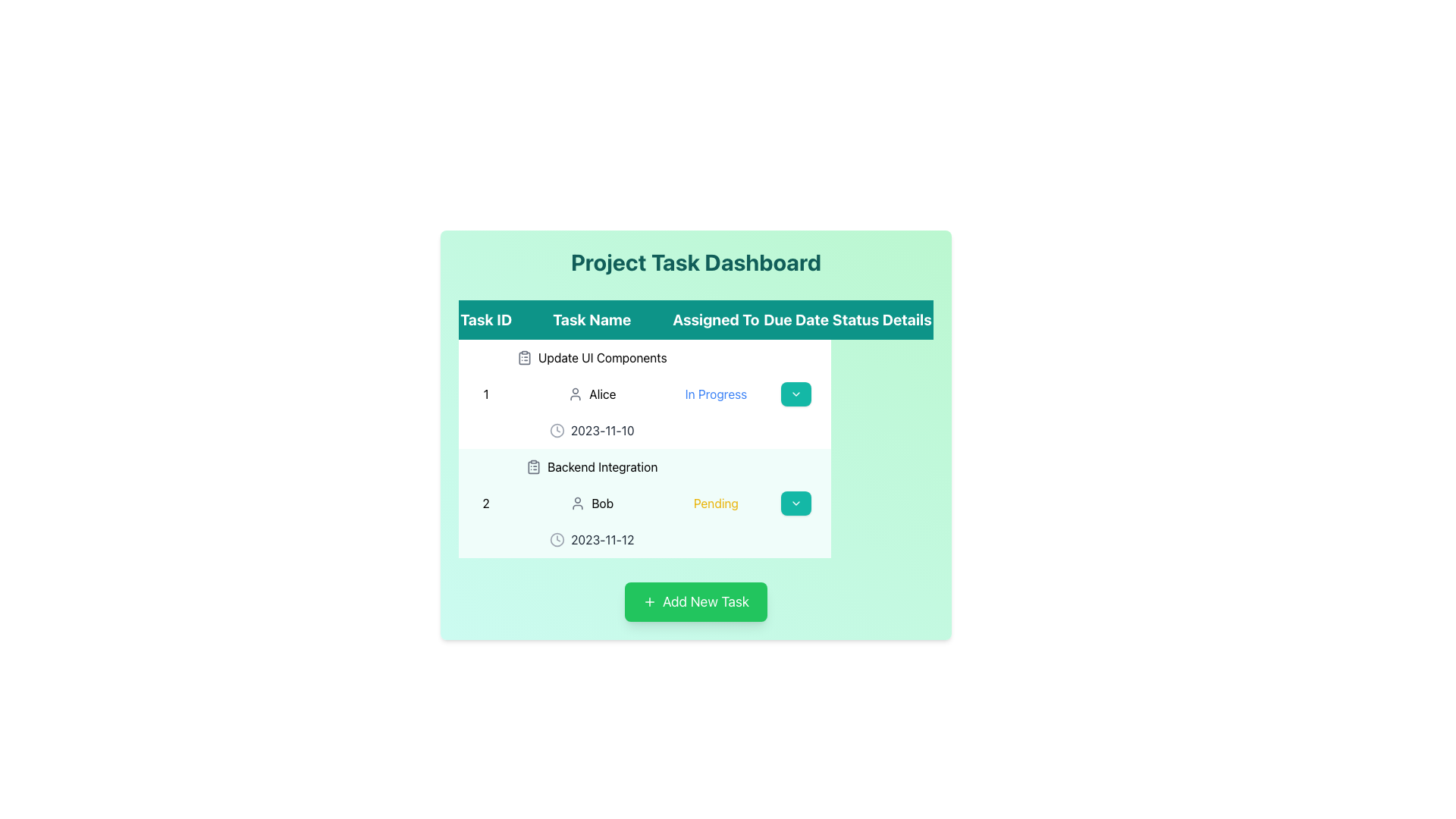  I want to click on the date text label displaying '2023-11-12' in the task details table, so click(601, 539).